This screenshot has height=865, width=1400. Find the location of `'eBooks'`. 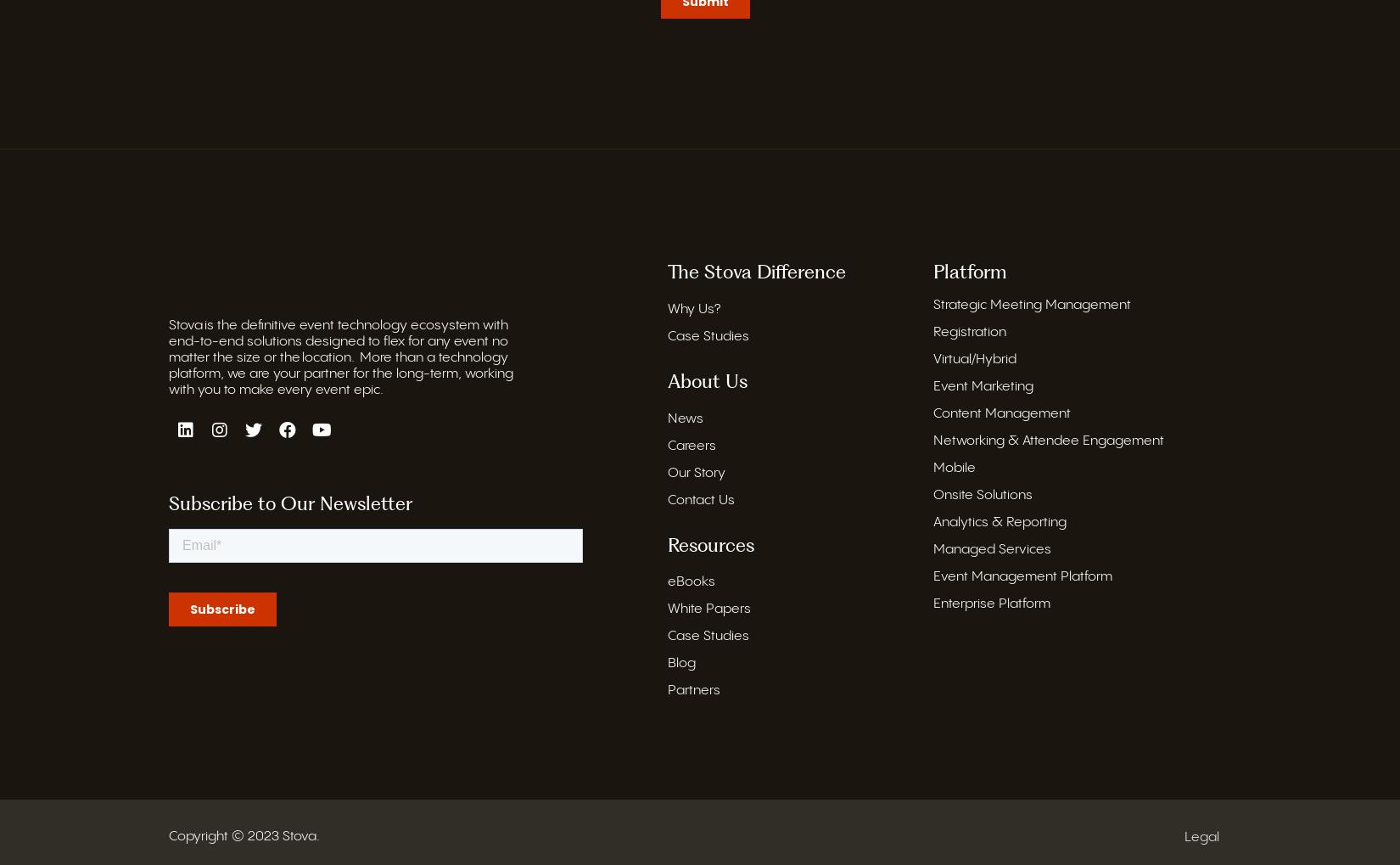

'eBooks' is located at coordinates (690, 581).